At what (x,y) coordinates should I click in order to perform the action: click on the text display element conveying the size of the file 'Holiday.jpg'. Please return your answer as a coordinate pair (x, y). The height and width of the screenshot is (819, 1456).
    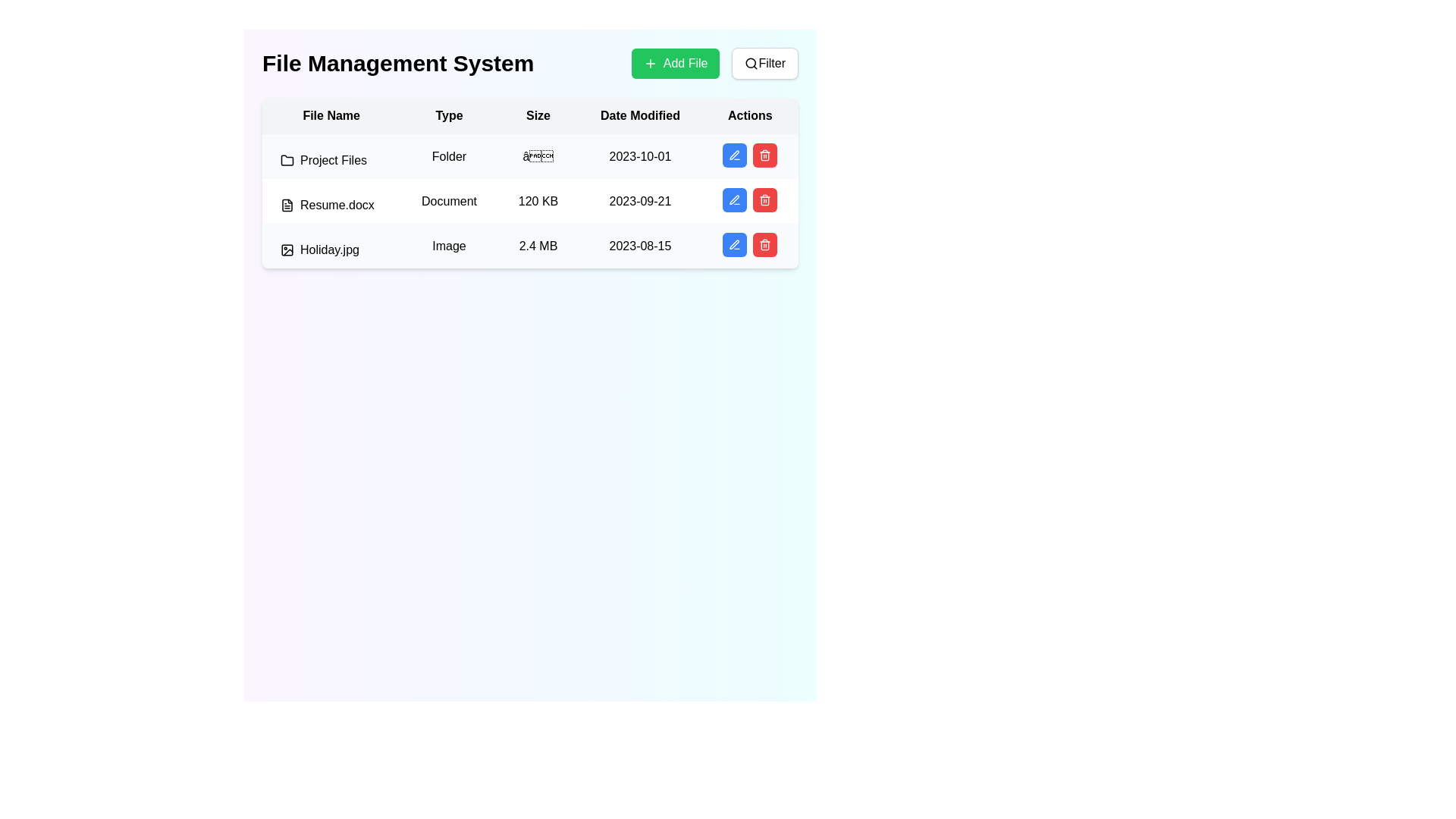
    Looking at the image, I should click on (538, 245).